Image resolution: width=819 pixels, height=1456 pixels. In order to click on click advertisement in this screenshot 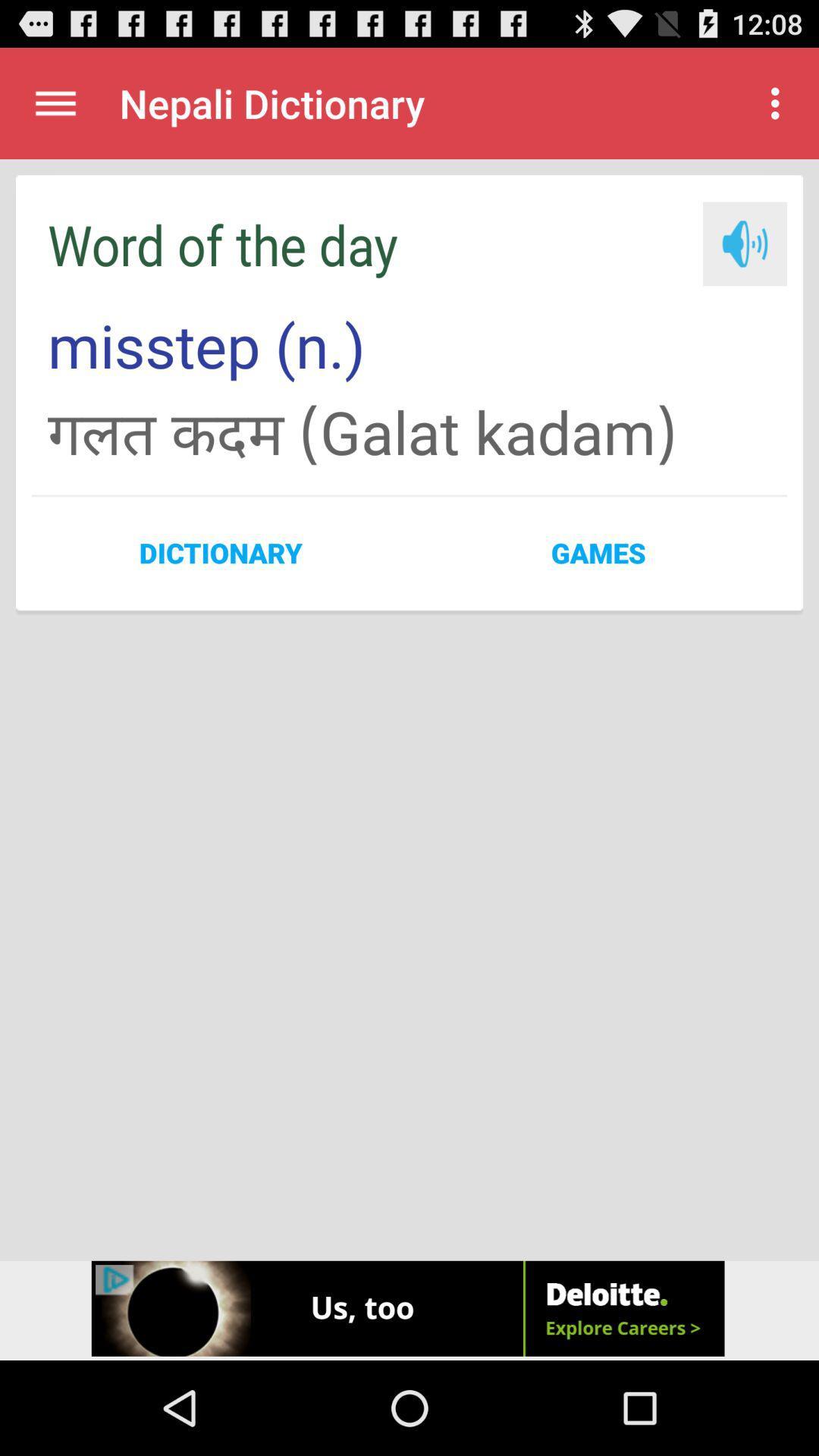, I will do `click(409, 1310)`.